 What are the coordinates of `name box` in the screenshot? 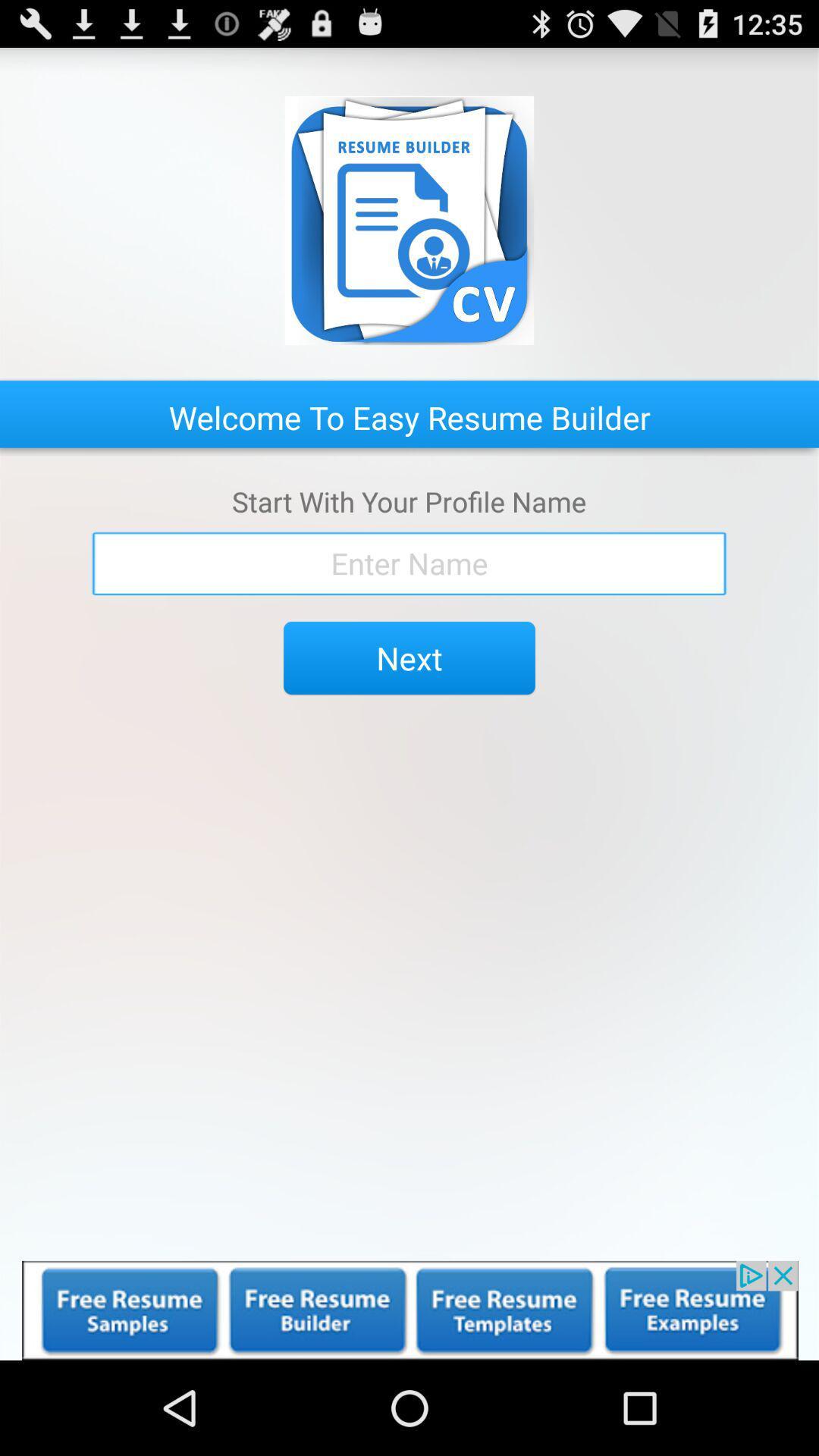 It's located at (409, 563).